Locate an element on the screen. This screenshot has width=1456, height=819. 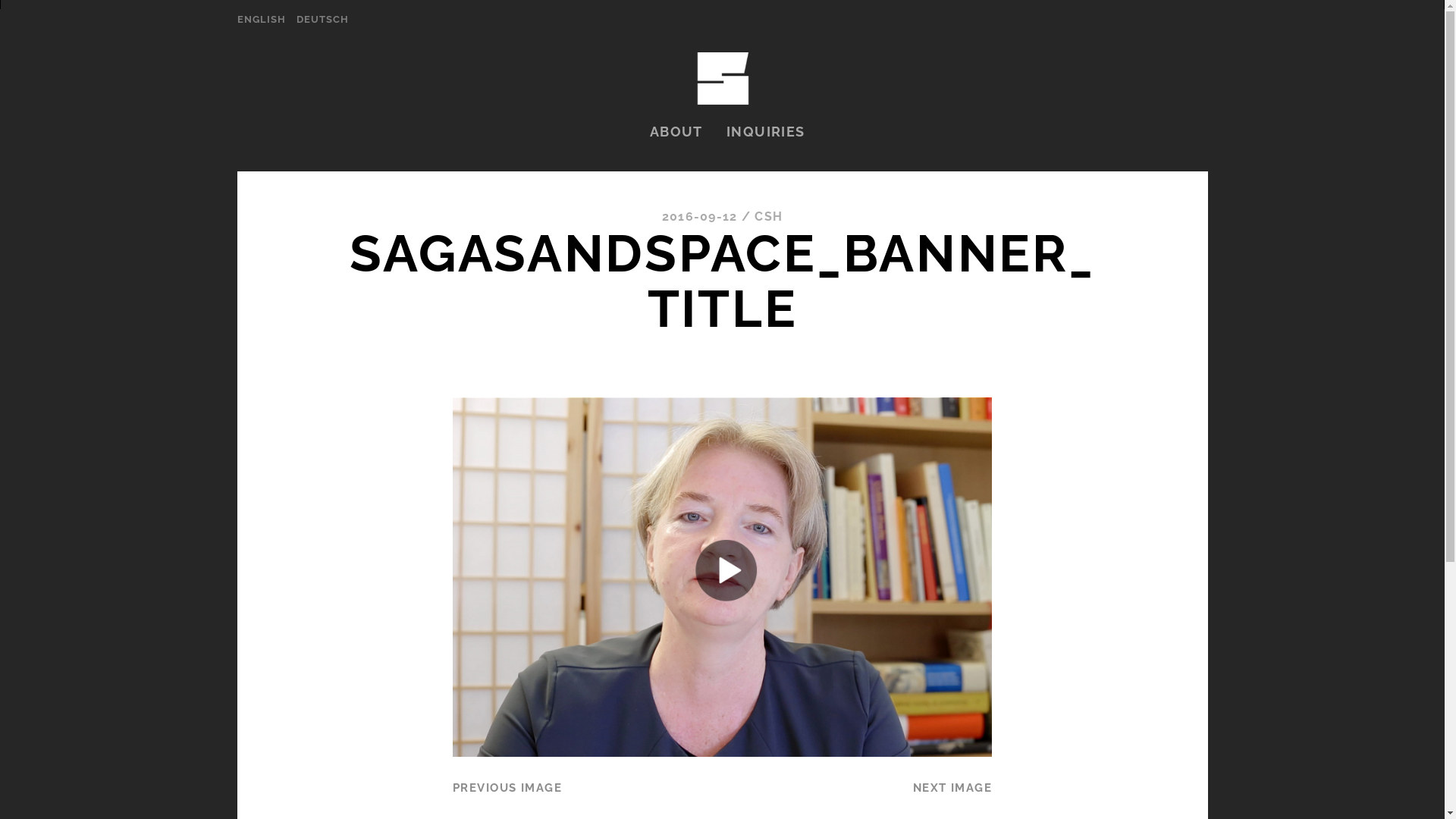
'INQUIRIES' is located at coordinates (765, 130).